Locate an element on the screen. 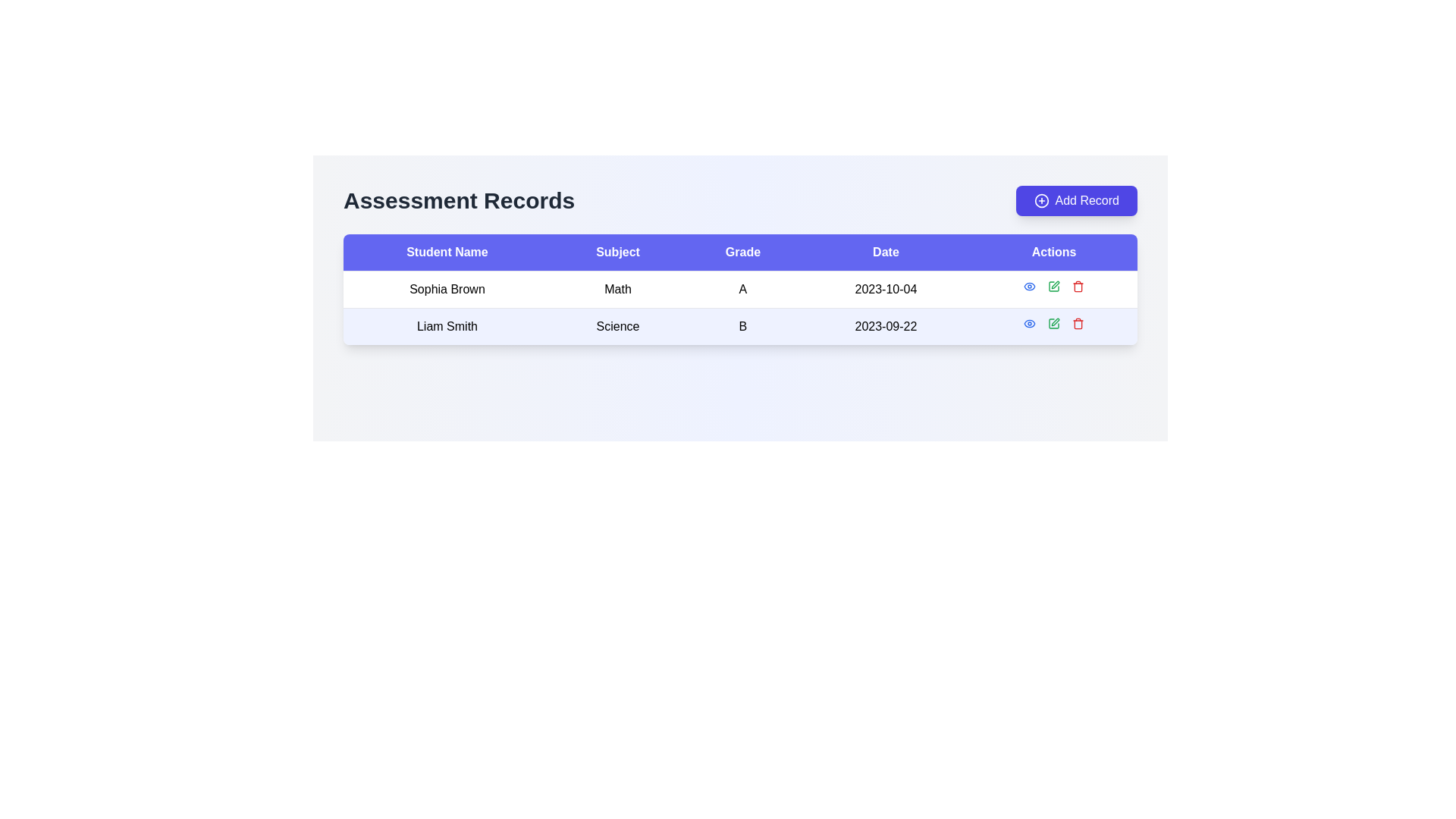  the arc-shaped segment that is part of the eye-shaped icon located in the 'Actions' column of the second row of the table is located at coordinates (1030, 287).